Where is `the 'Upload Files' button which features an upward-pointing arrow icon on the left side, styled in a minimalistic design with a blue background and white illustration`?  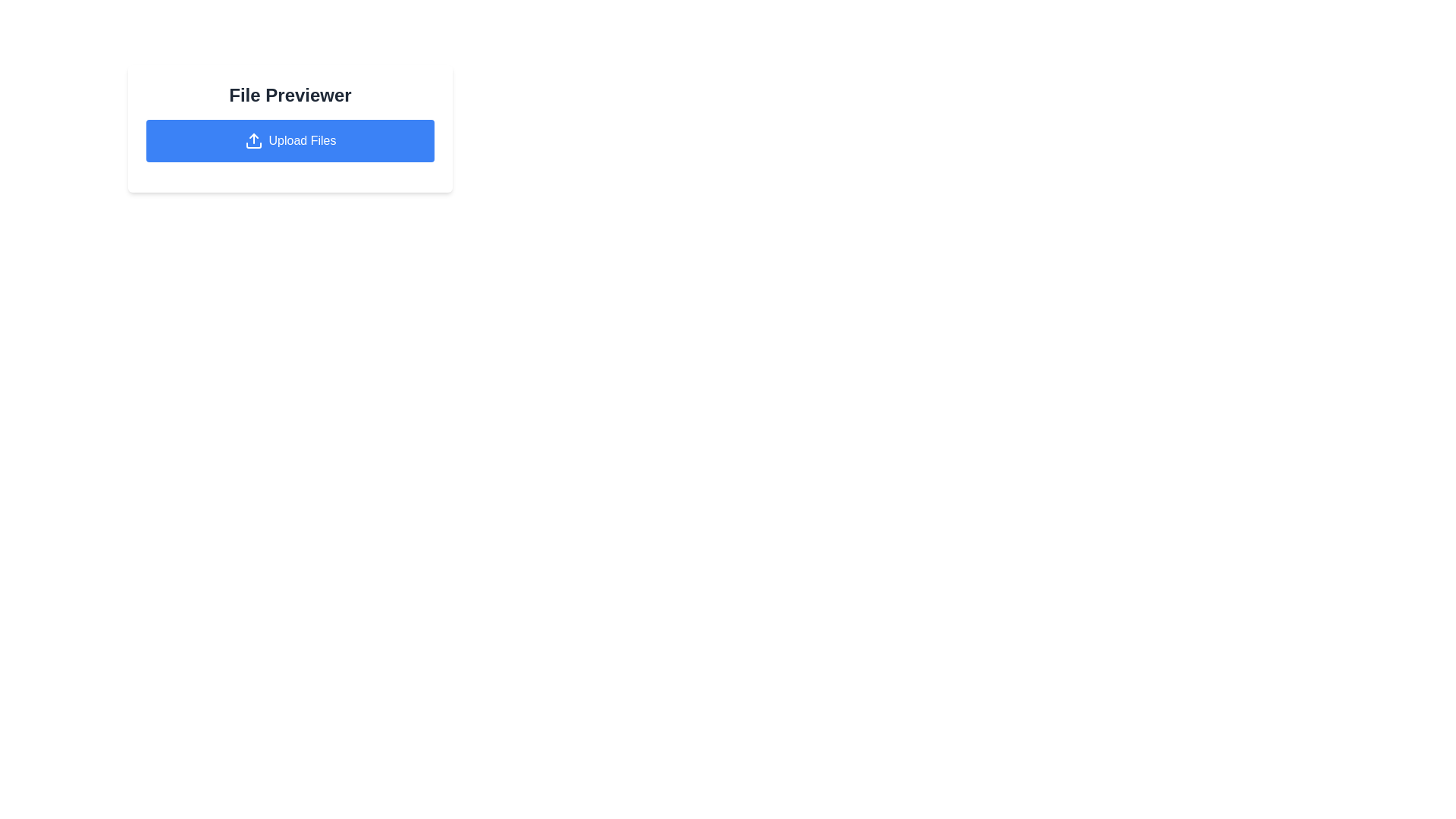 the 'Upload Files' button which features an upward-pointing arrow icon on the left side, styled in a minimalistic design with a blue background and white illustration is located at coordinates (253, 140).